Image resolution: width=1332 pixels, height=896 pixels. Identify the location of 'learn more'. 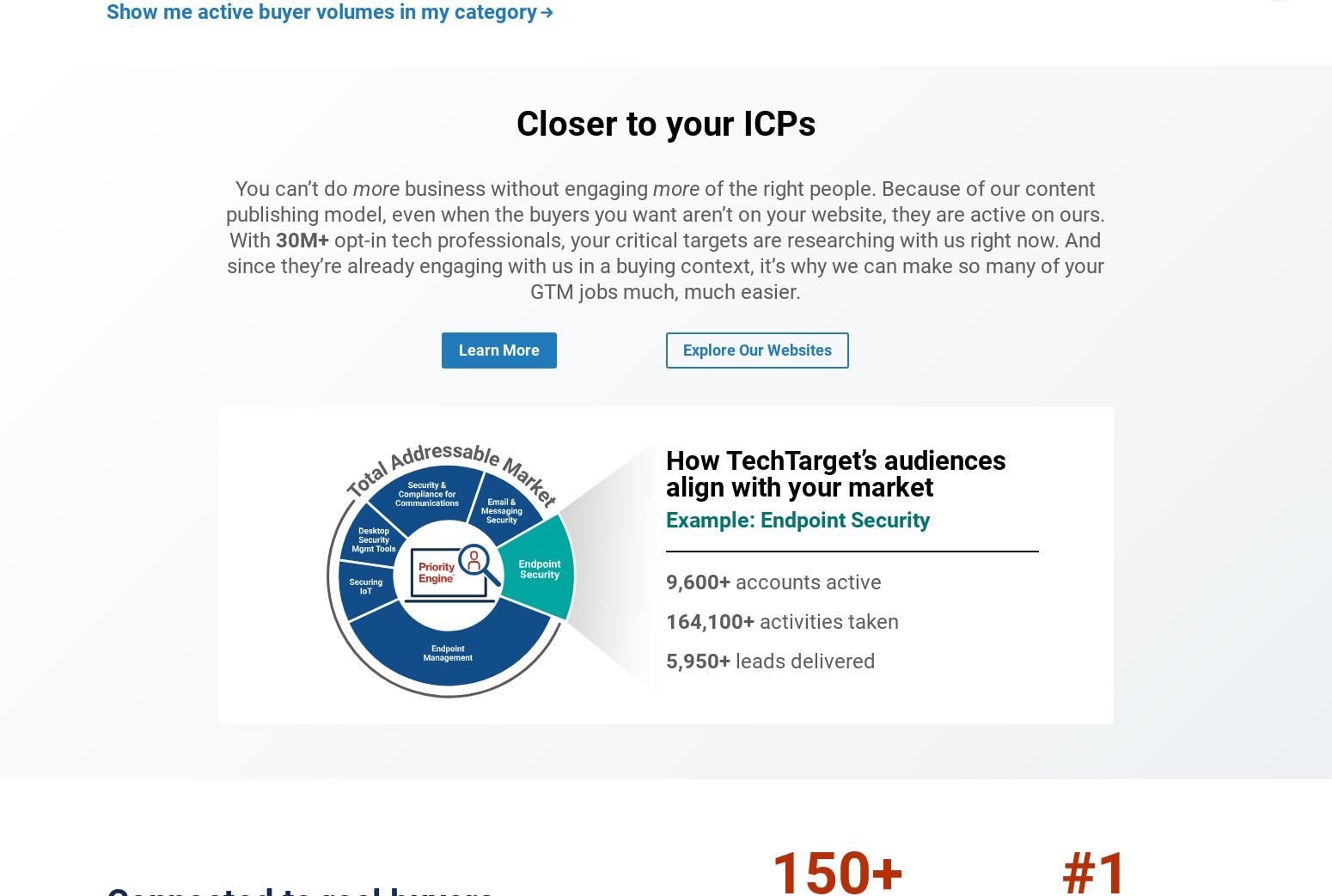
(498, 350).